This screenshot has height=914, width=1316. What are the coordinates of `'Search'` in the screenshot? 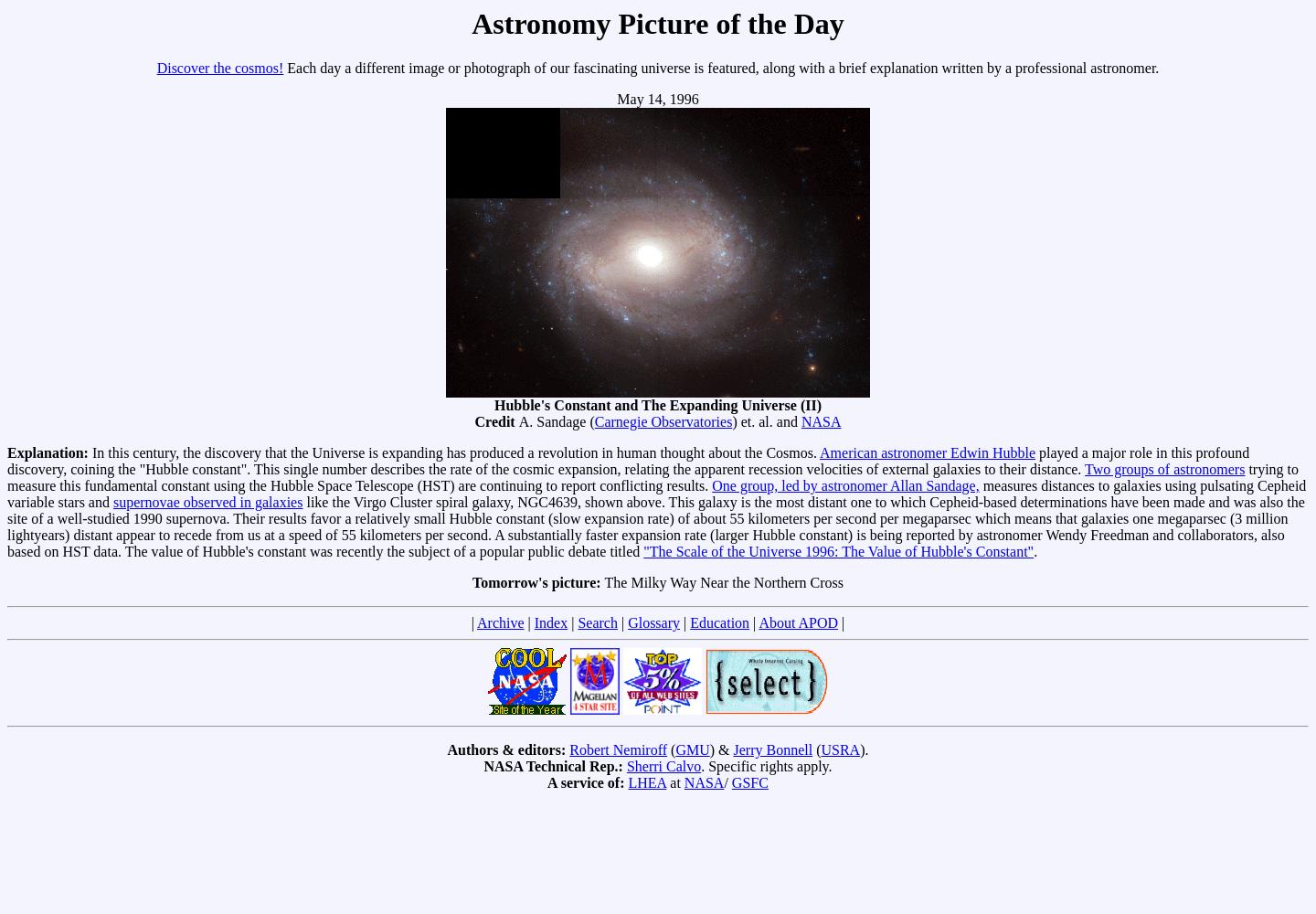 It's located at (596, 622).